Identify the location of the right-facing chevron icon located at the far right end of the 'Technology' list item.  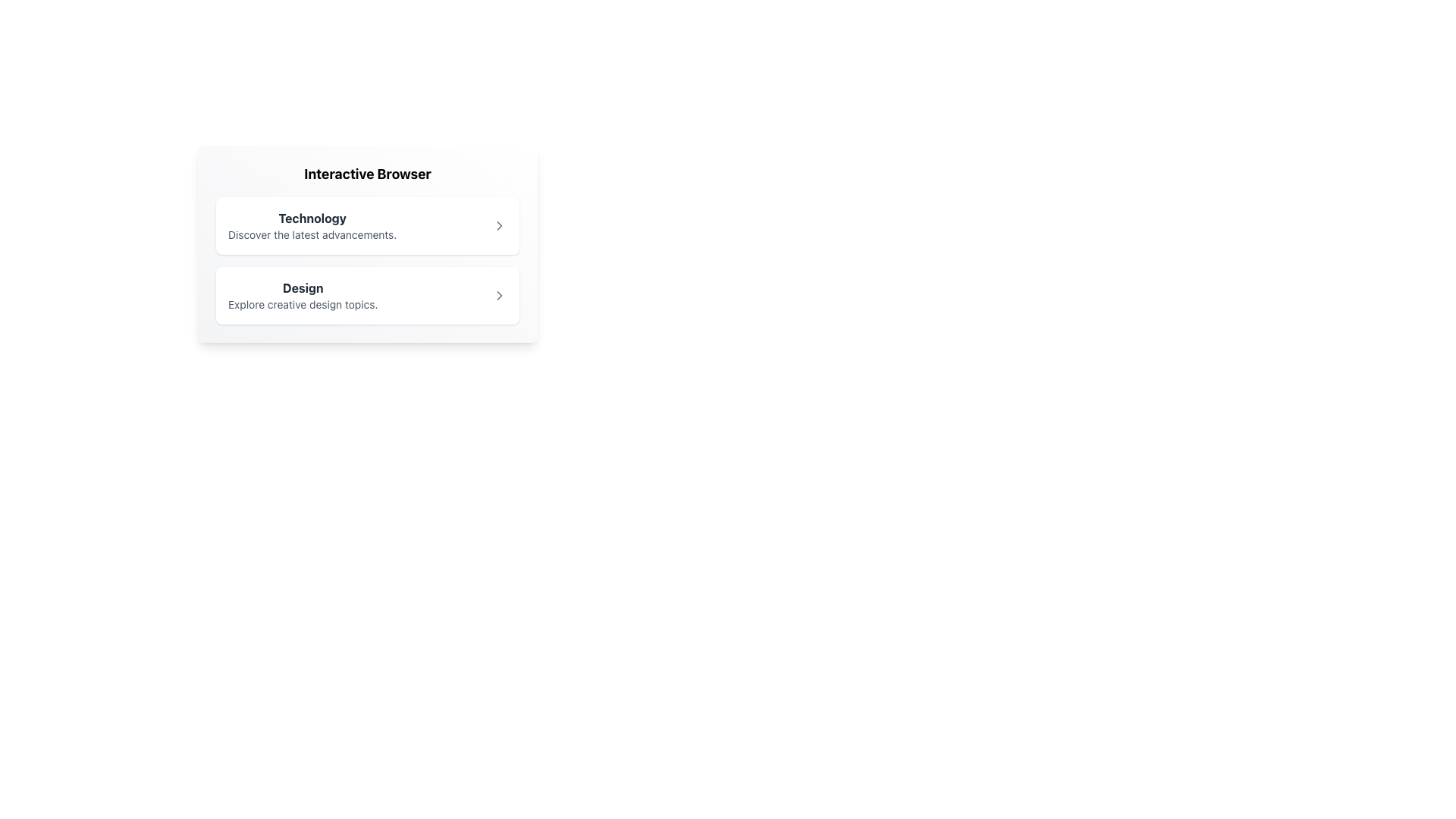
(499, 225).